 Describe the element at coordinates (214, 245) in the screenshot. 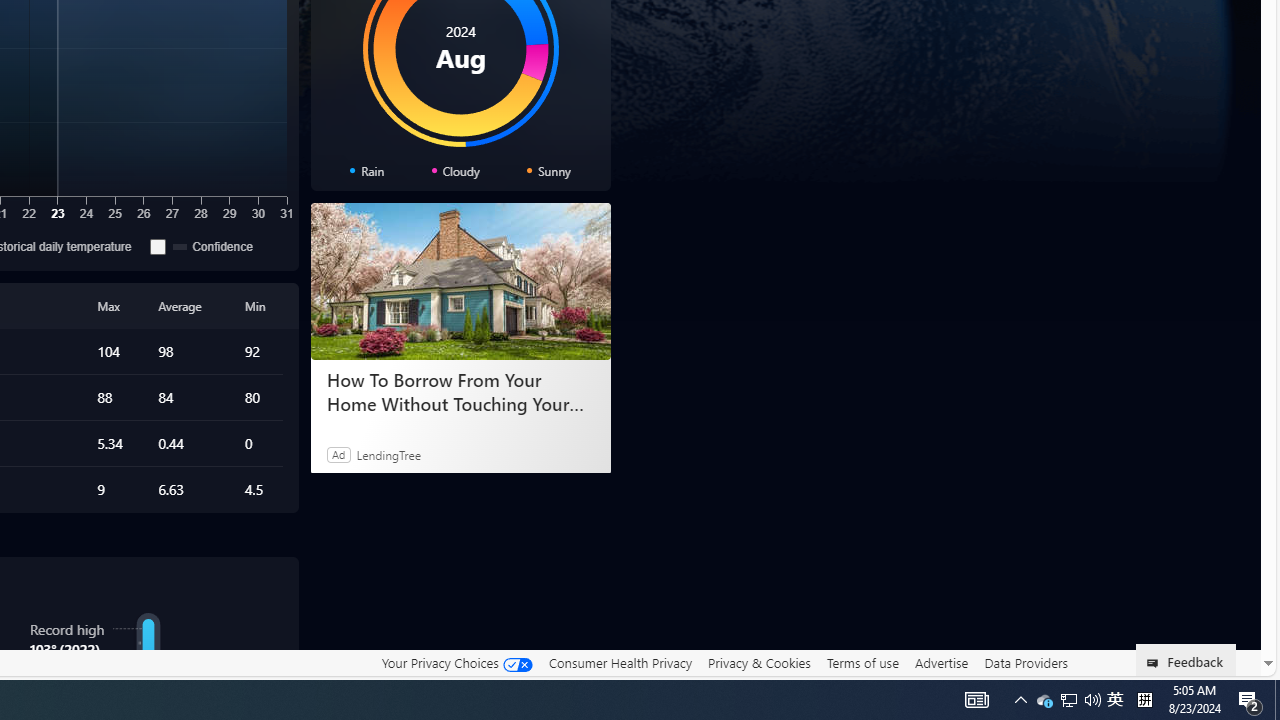

I see `'Confidence'` at that location.